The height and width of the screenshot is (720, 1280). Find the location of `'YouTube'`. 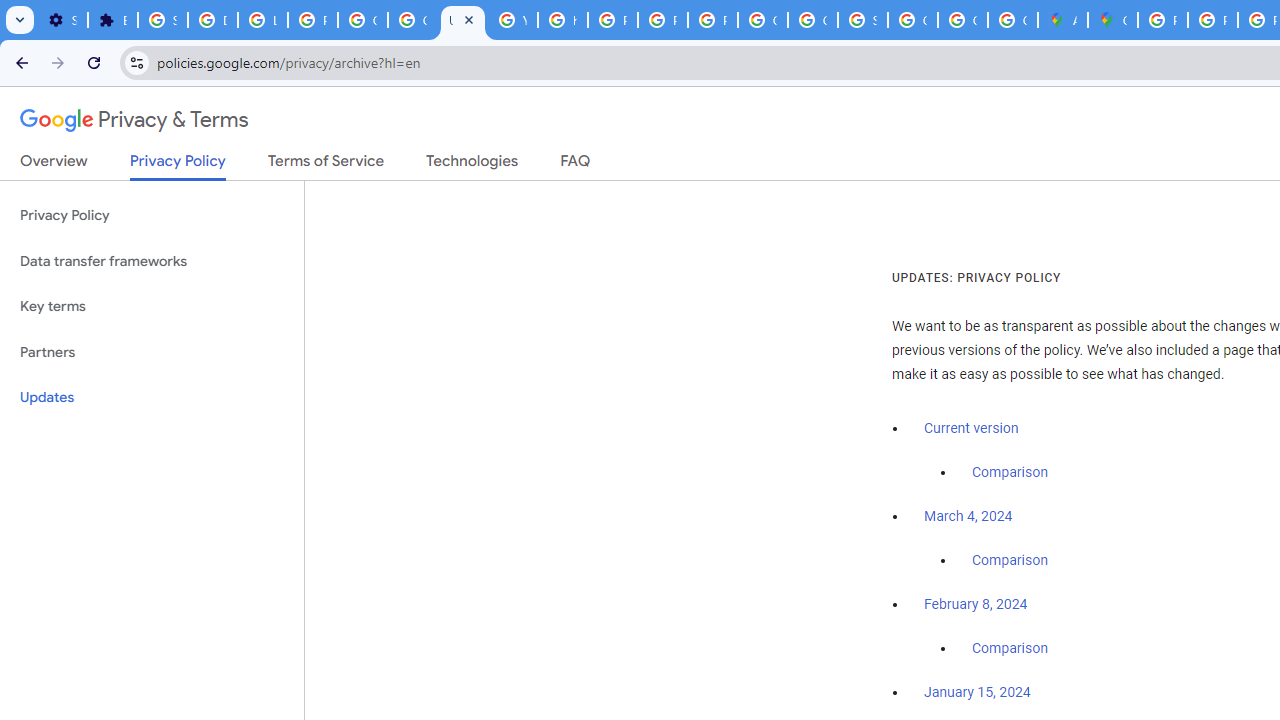

'YouTube' is located at coordinates (512, 20).